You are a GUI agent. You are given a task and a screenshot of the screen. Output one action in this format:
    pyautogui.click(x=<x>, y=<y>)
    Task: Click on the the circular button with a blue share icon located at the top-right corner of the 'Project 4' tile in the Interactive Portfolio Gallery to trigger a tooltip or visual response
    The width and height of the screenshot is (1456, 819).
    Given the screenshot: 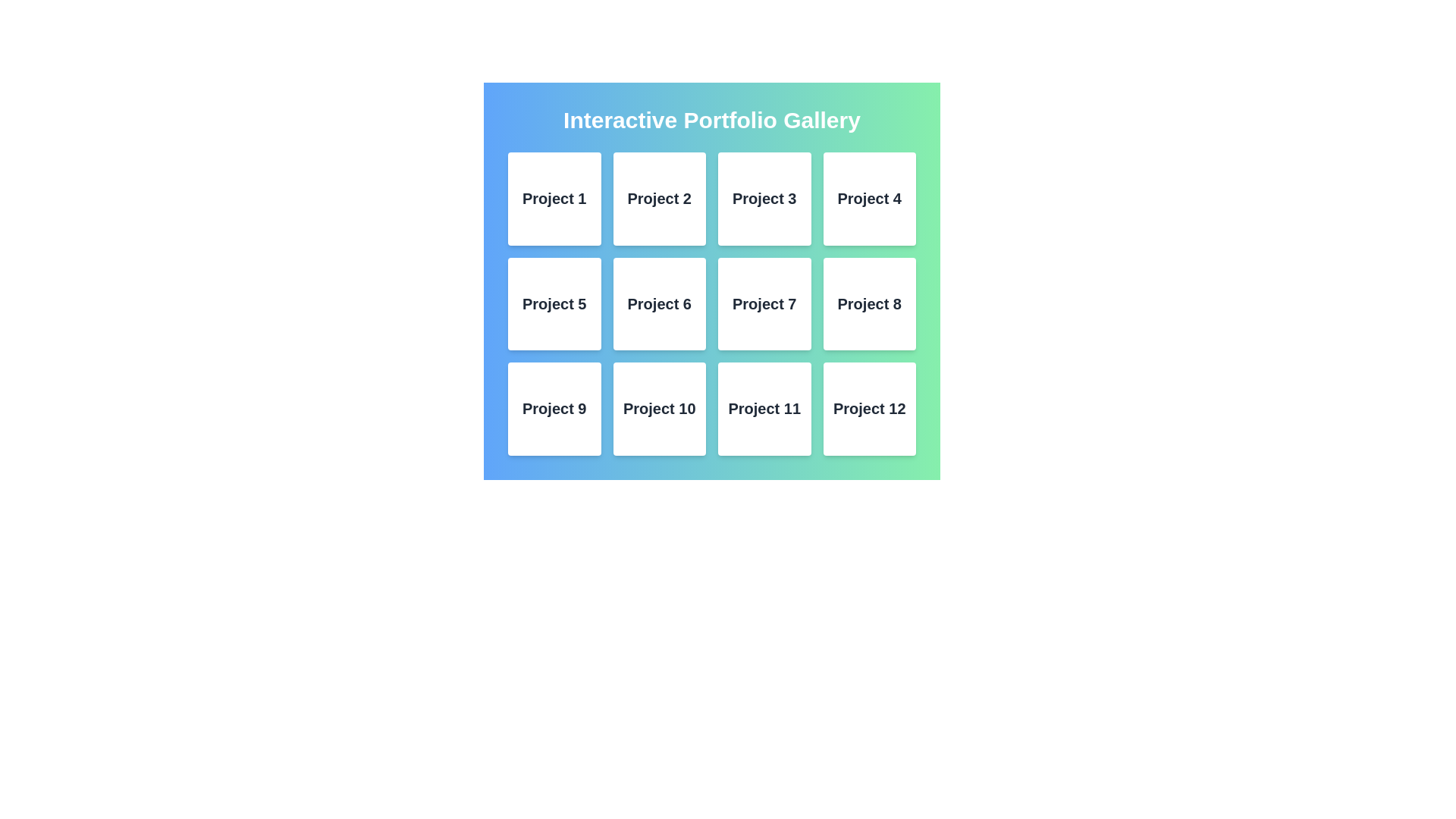 What is the action you would take?
    pyautogui.click(x=889, y=198)
    